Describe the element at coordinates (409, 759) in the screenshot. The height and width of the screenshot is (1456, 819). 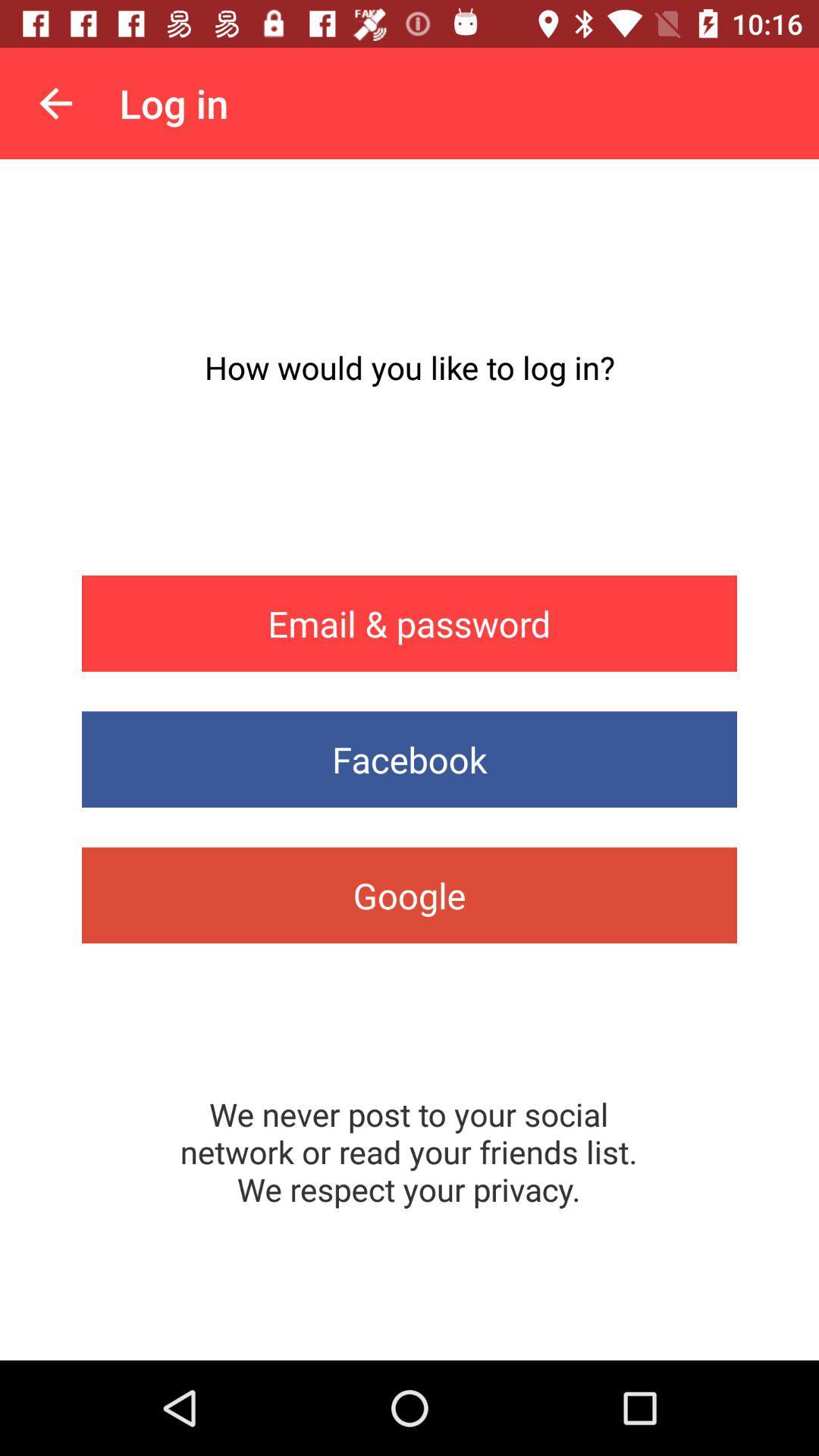
I see `facebook app` at that location.